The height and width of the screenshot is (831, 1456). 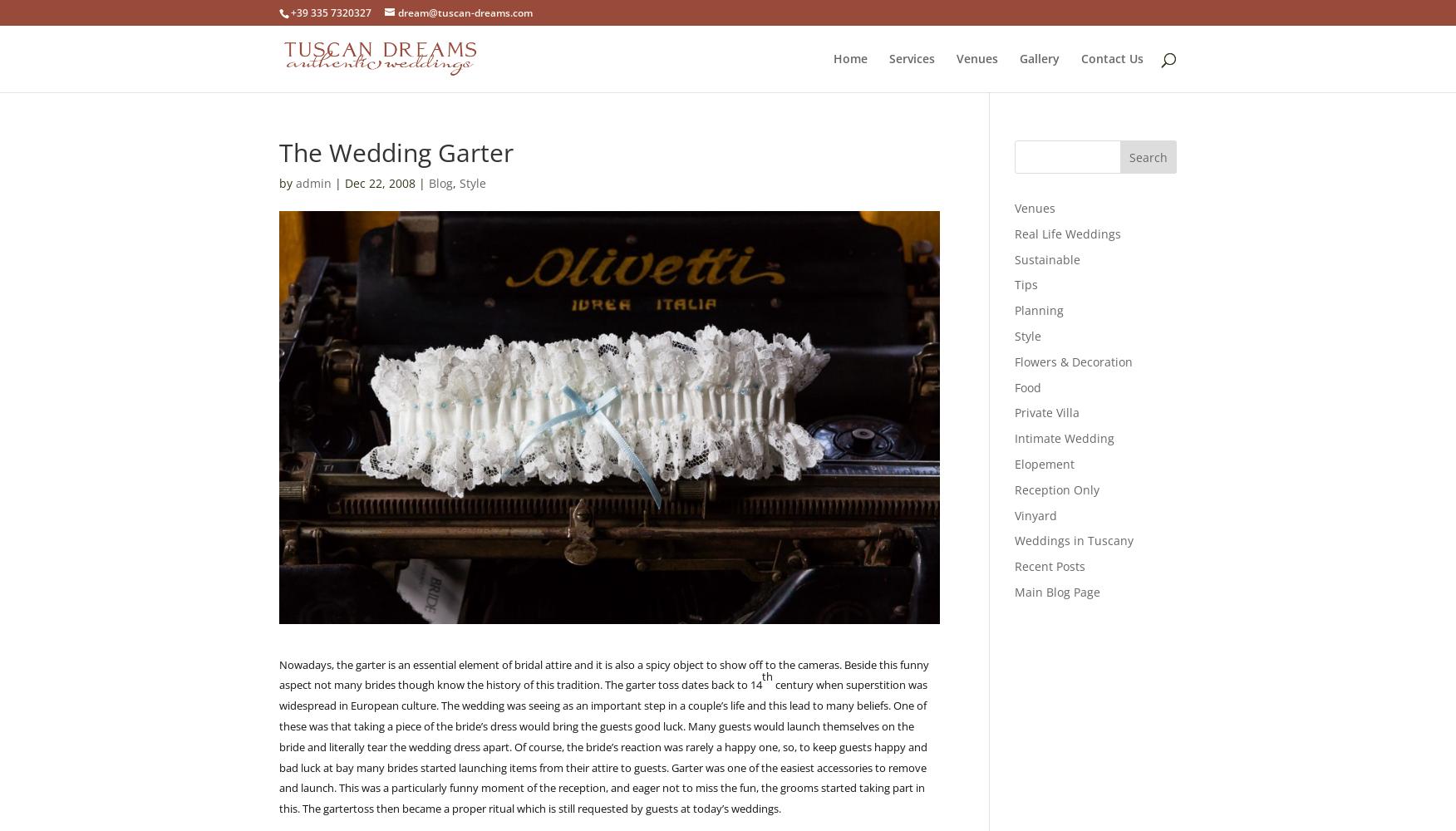 I want to click on 'Tips', so click(x=1025, y=283).